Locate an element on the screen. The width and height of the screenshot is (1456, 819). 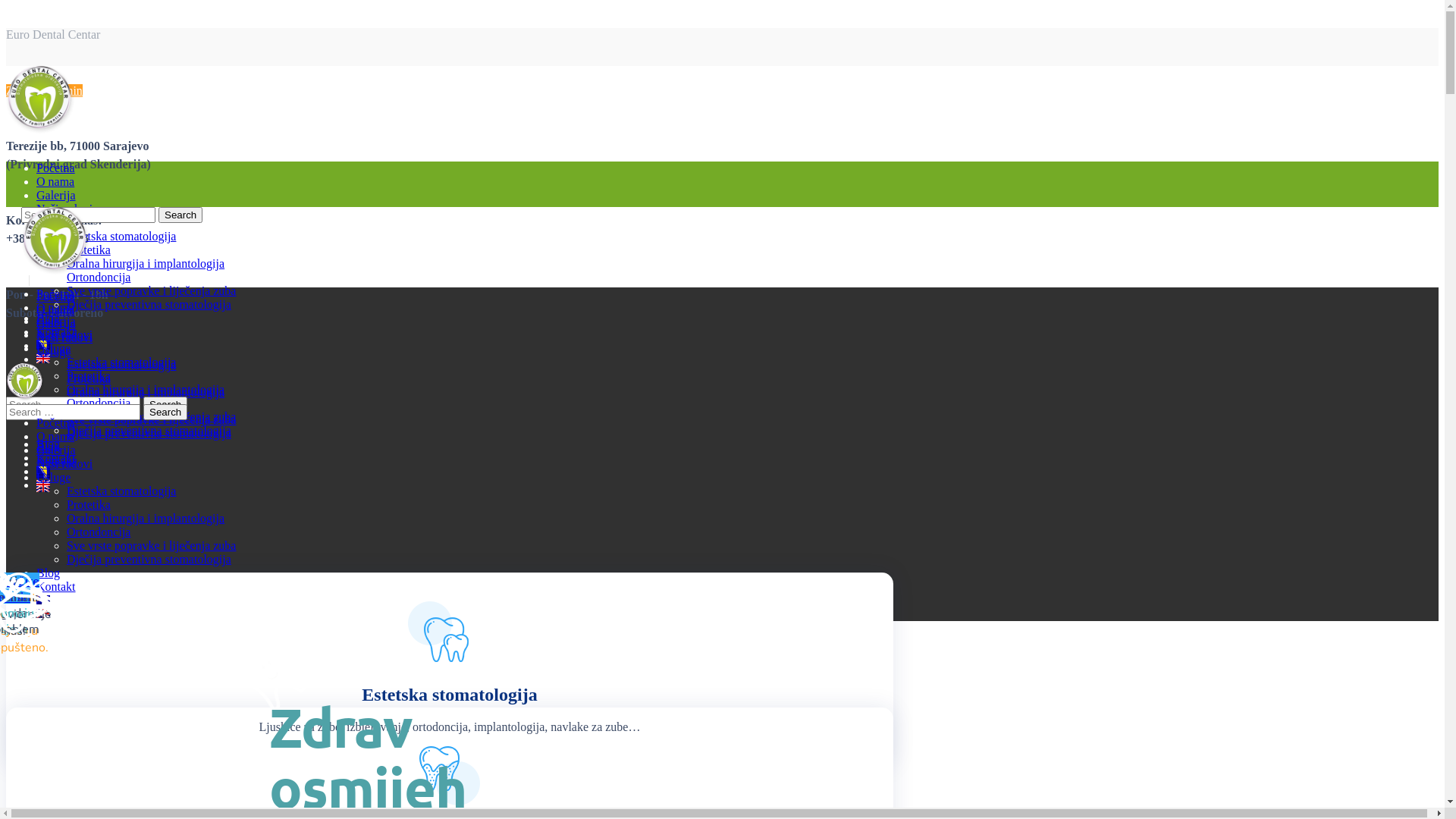
'Search' is located at coordinates (165, 403).